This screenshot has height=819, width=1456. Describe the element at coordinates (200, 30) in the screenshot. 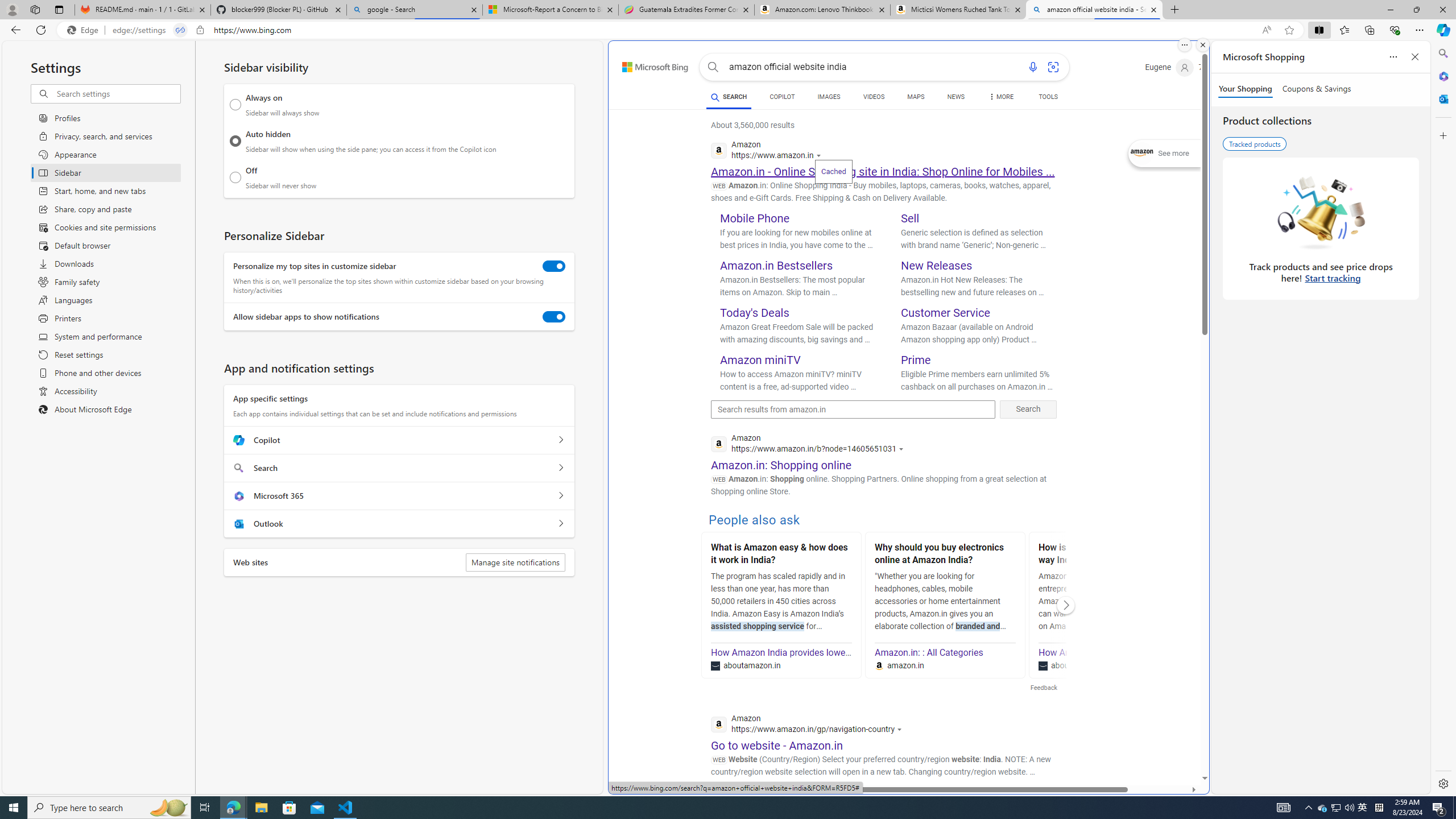

I see `'View site information'` at that location.